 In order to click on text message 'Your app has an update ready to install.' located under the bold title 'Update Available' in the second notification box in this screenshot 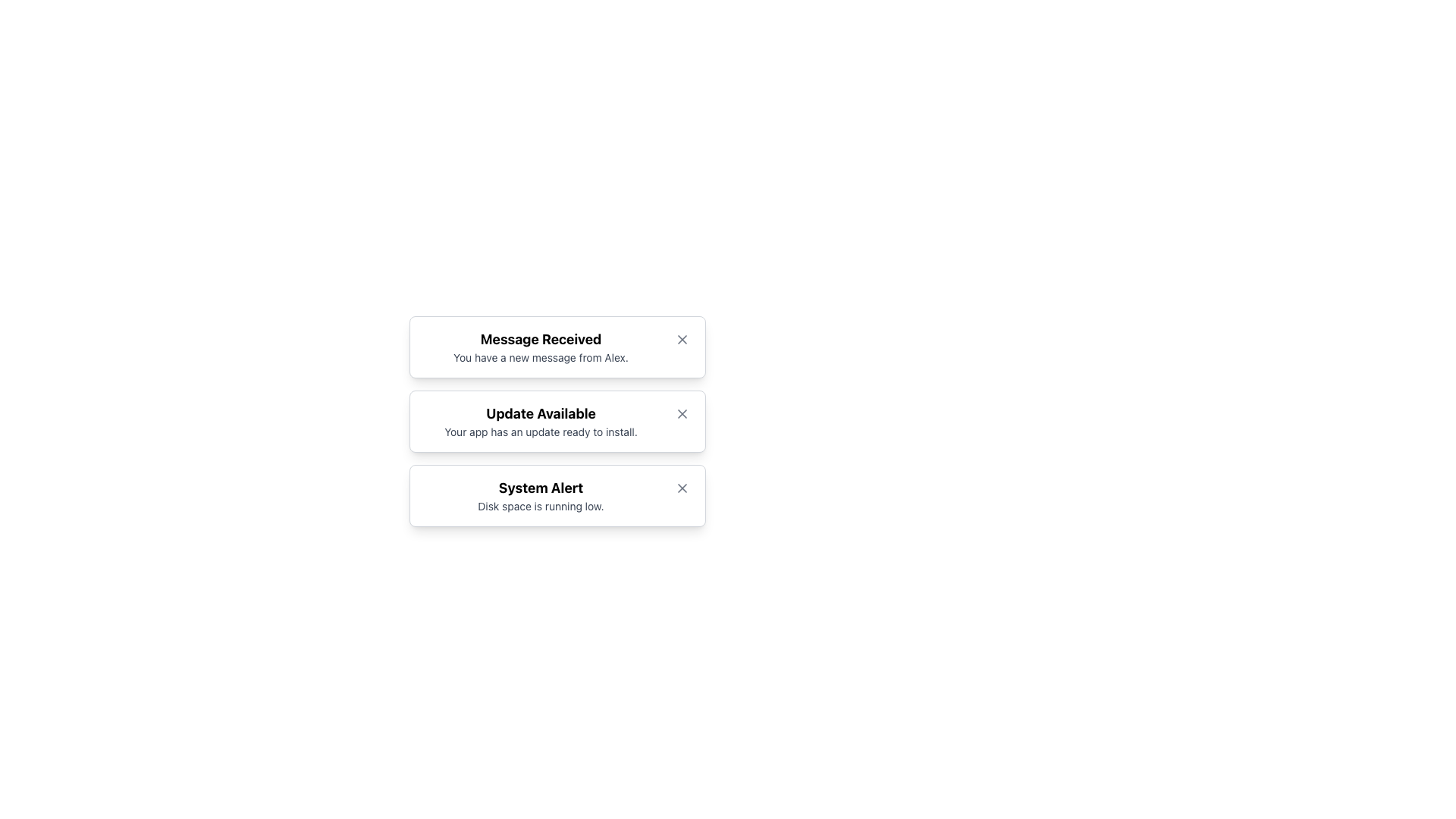, I will do `click(541, 432)`.